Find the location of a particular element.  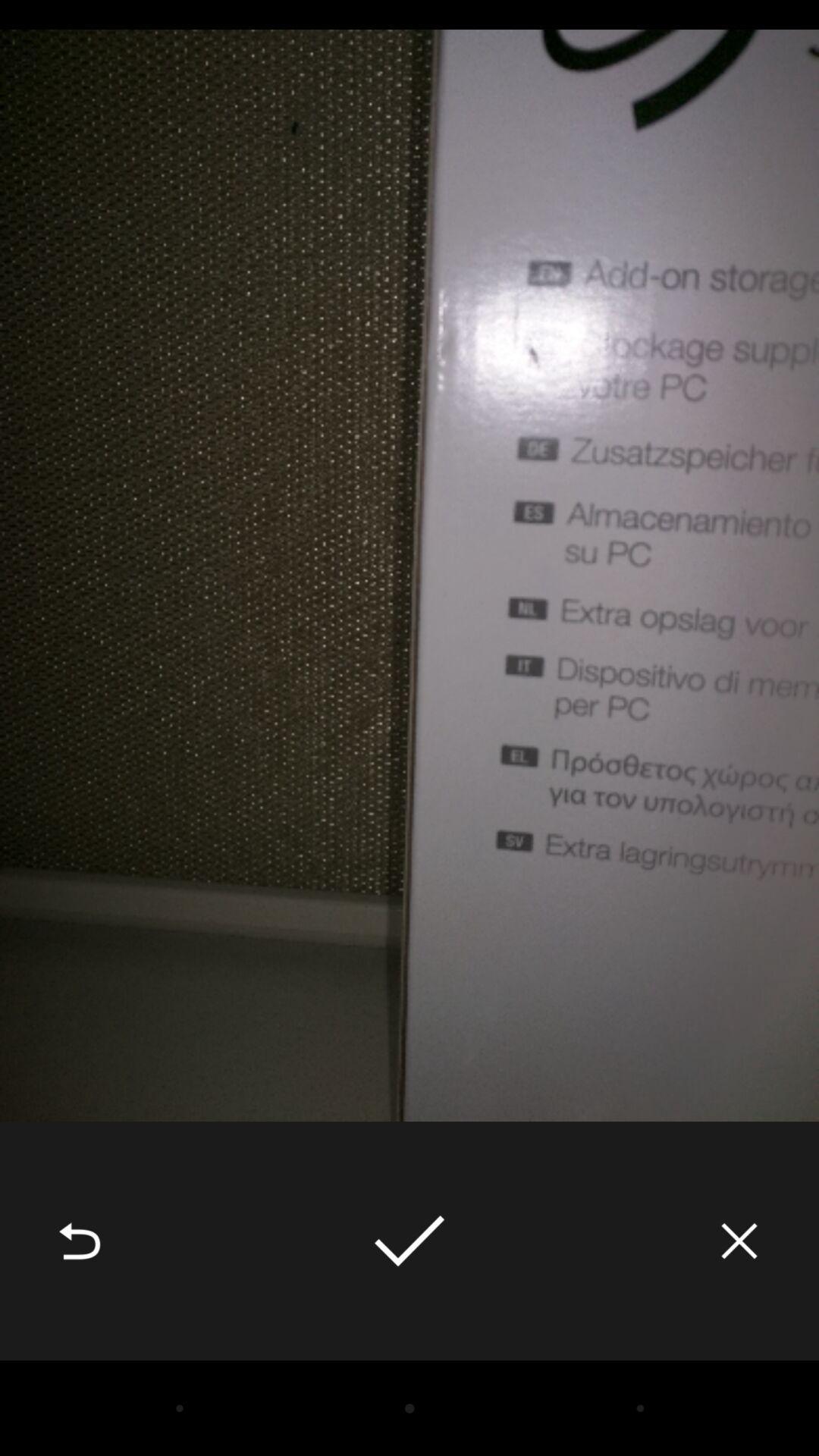

the icon at the bottom left corner is located at coordinates (79, 1241).